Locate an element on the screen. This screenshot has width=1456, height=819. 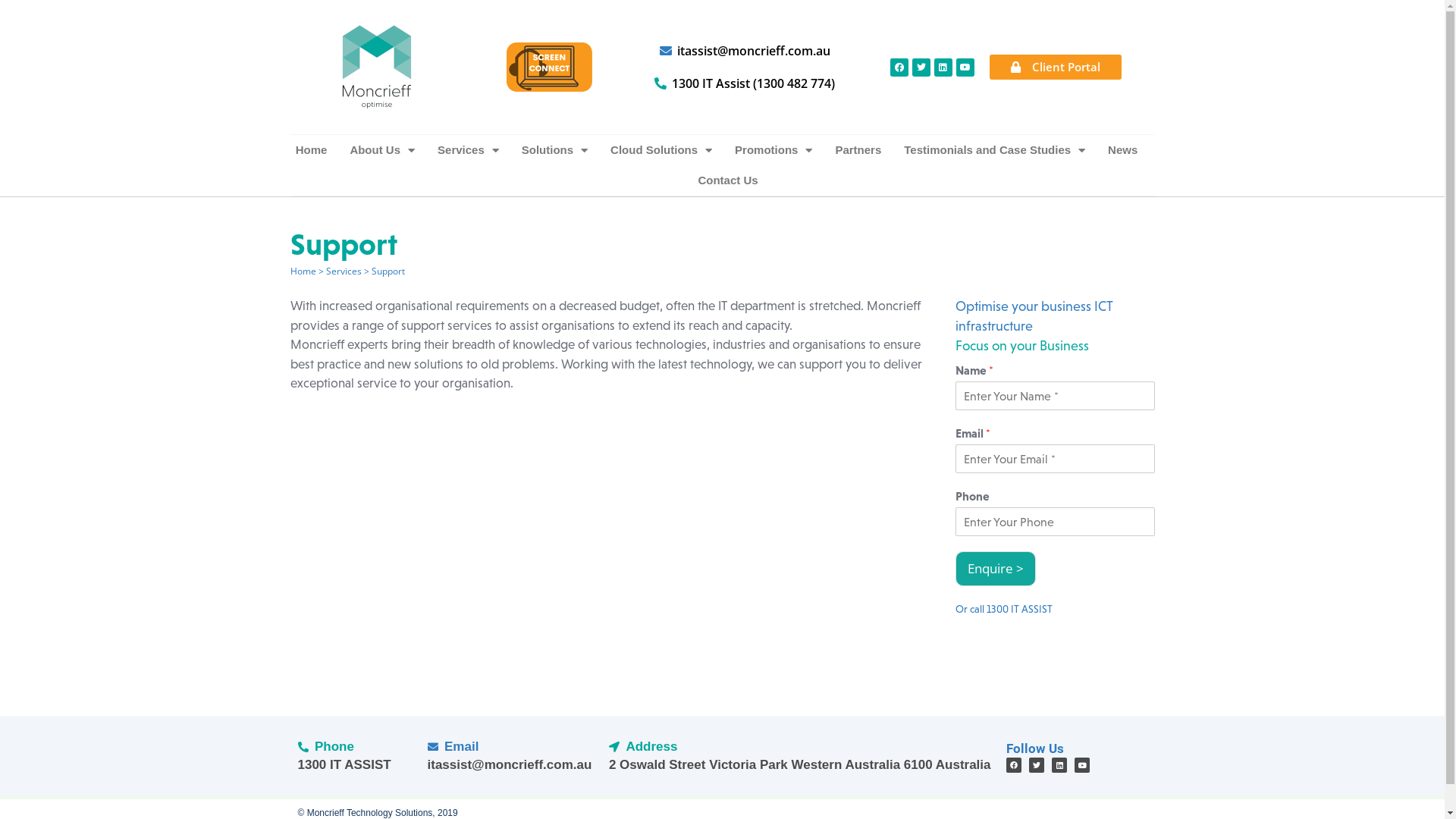
'Cloud Solutions' is located at coordinates (661, 149).